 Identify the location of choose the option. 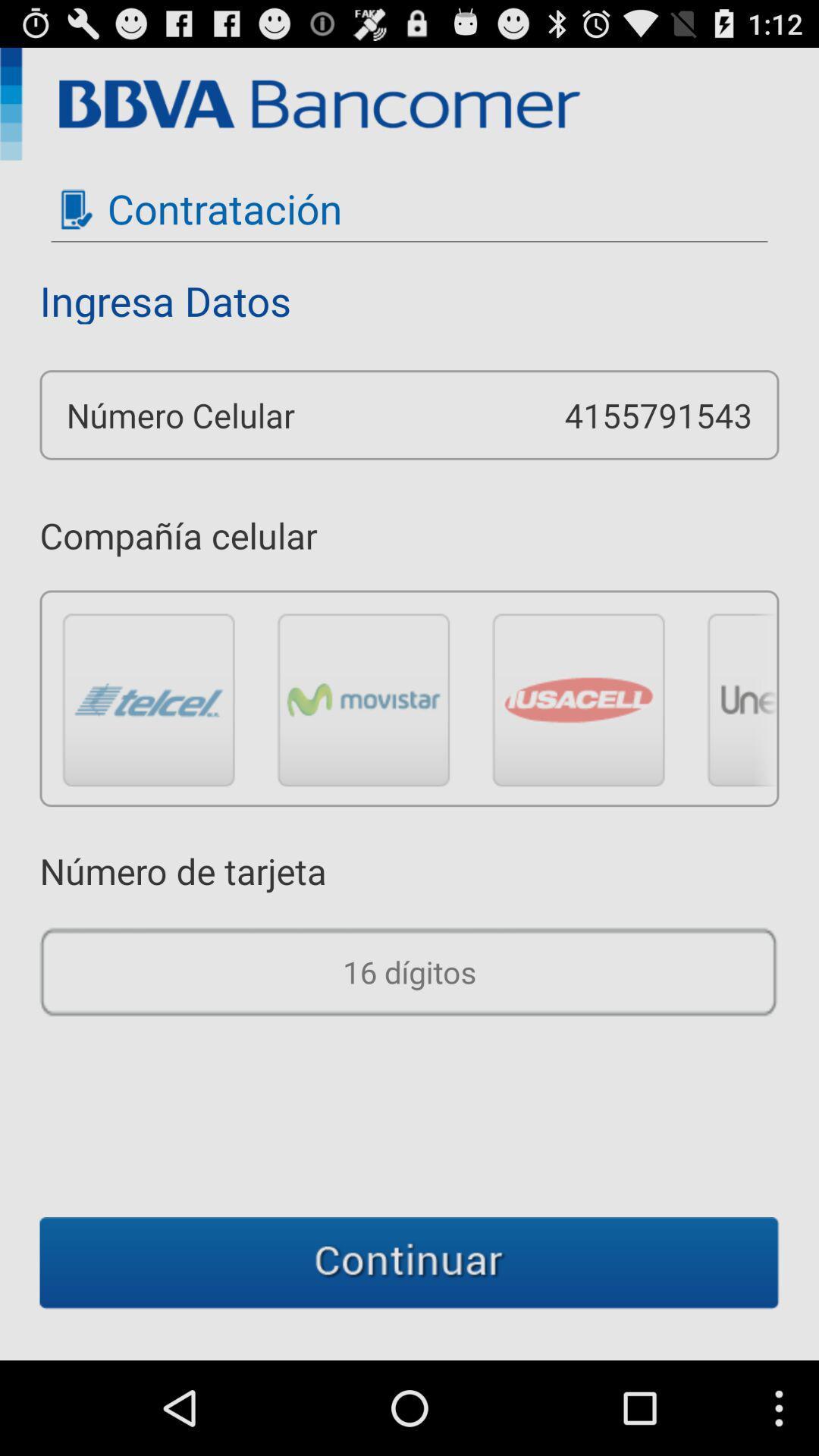
(149, 698).